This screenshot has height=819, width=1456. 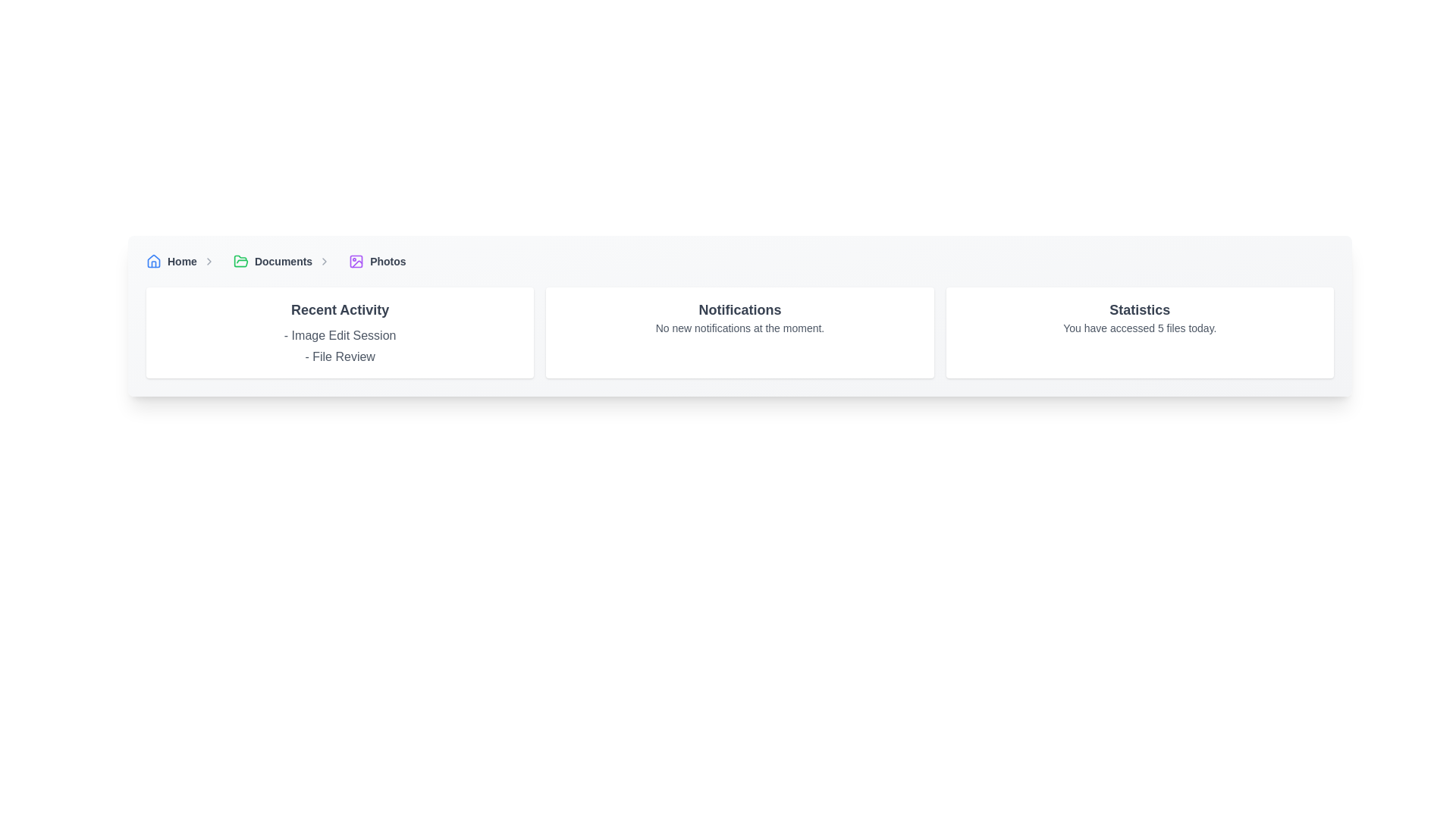 What do you see at coordinates (240, 260) in the screenshot?
I see `the 'Documents' navigation icon, located` at bounding box center [240, 260].